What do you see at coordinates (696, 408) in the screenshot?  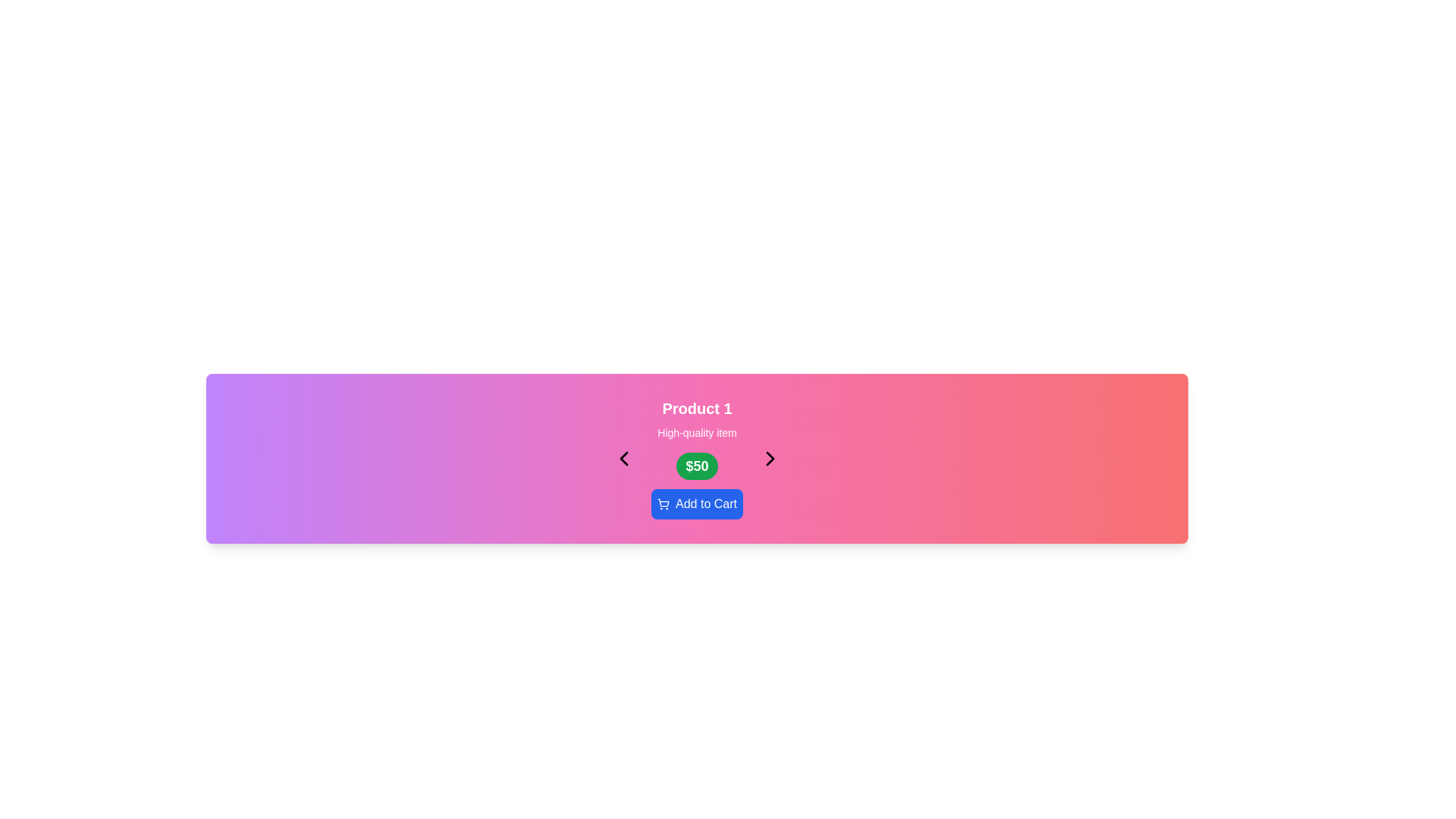 I see `text label at the top center of the product display, which serves as the title or identifier of the product` at bounding box center [696, 408].